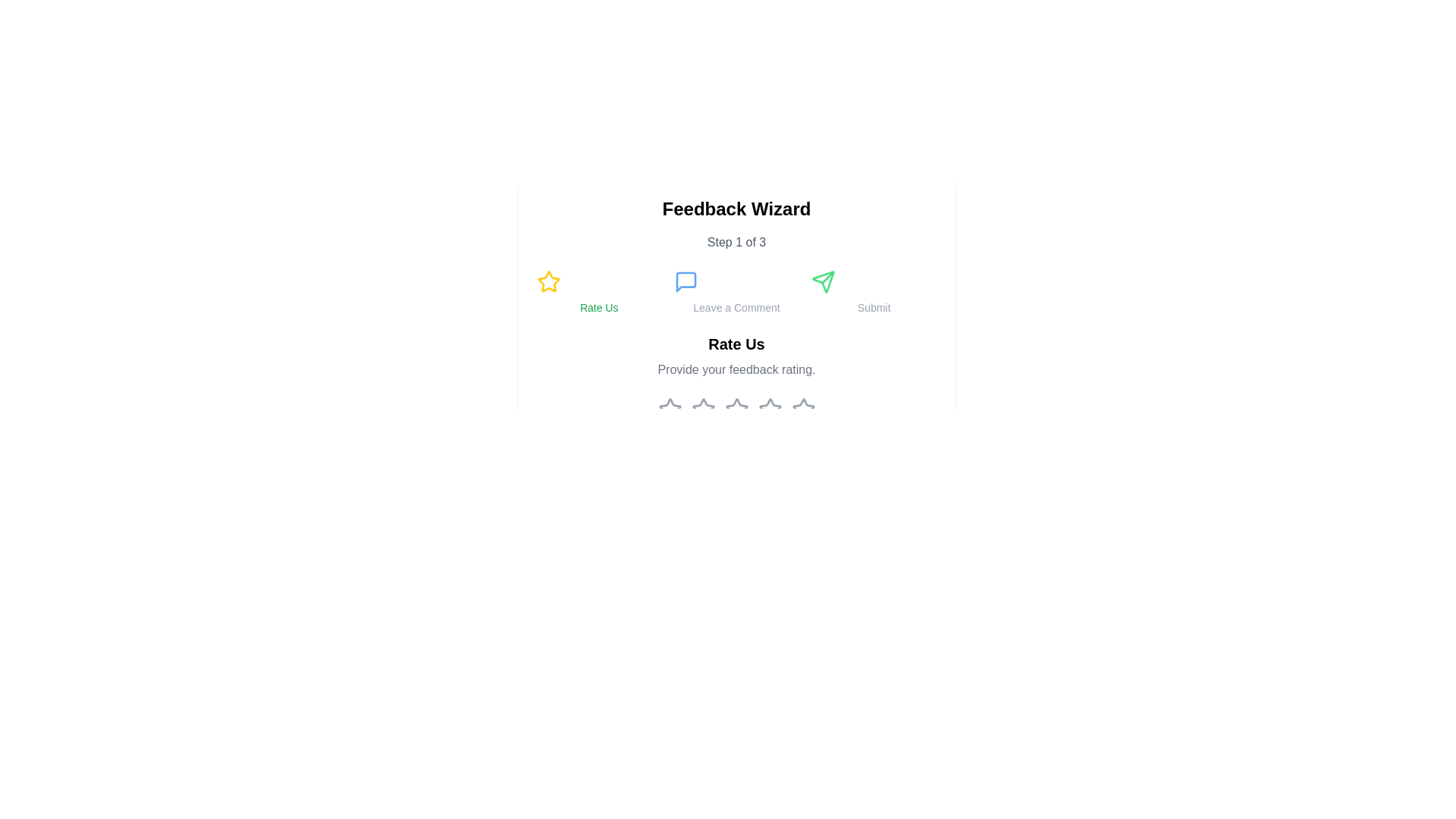 The width and height of the screenshot is (1456, 819). I want to click on the fourth star-shaped rating icon, which is part of a horizontally aligned group of rating stars that change color on hover, so click(736, 409).